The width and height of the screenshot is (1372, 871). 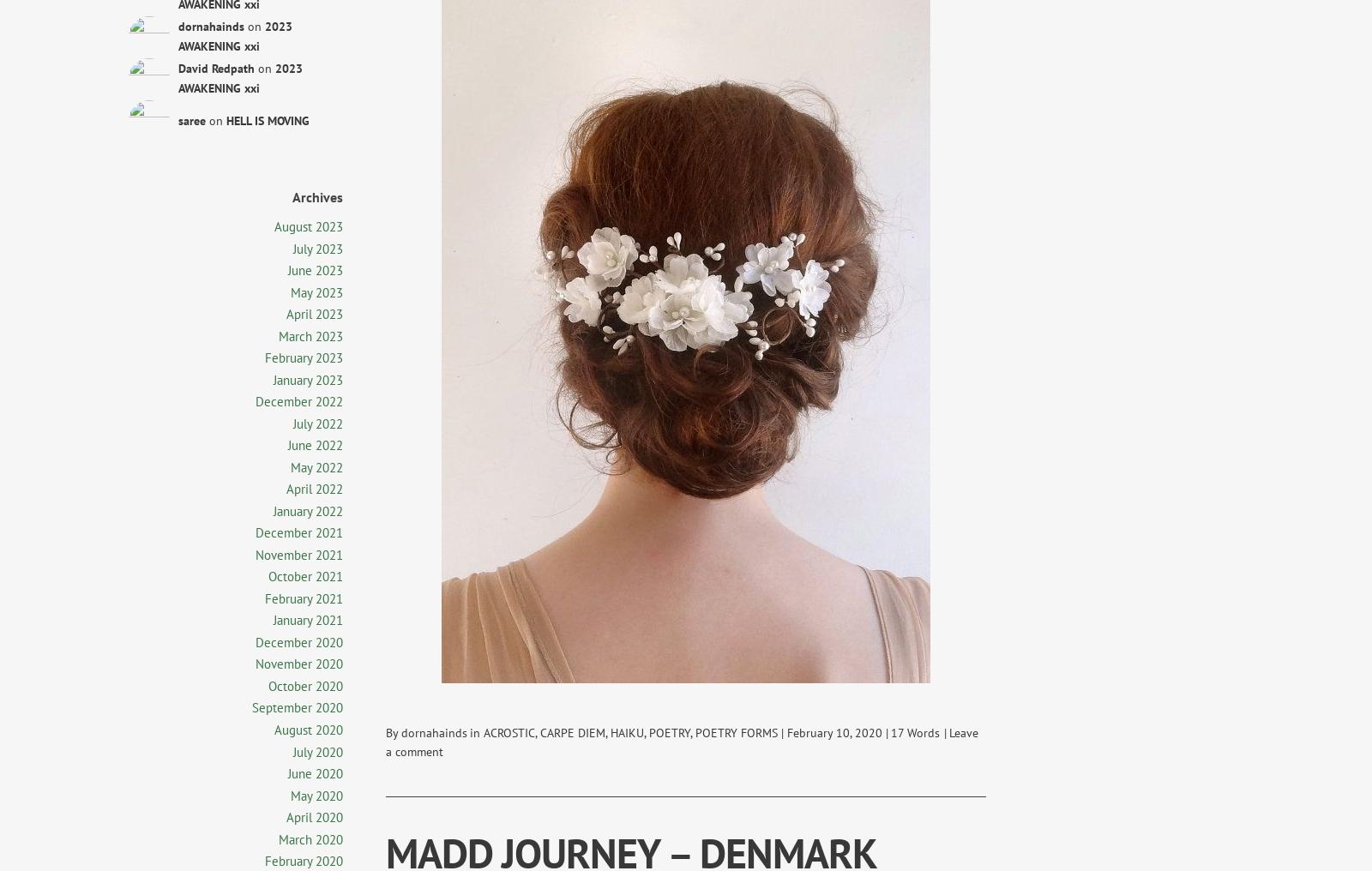 I want to click on 'POETRY', so click(x=669, y=732).